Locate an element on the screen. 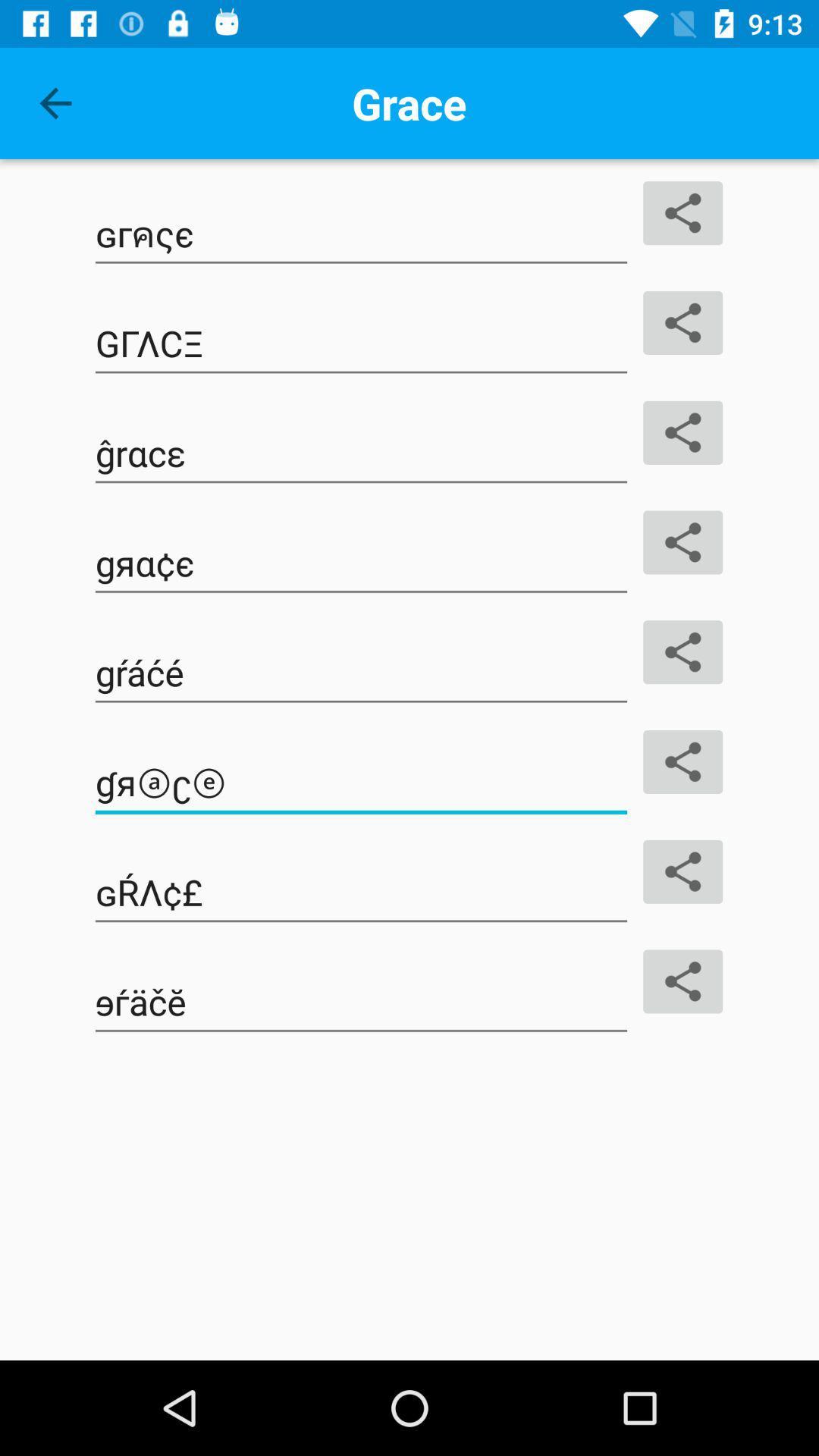 The width and height of the screenshot is (819, 1456). the share icon is located at coordinates (682, 981).